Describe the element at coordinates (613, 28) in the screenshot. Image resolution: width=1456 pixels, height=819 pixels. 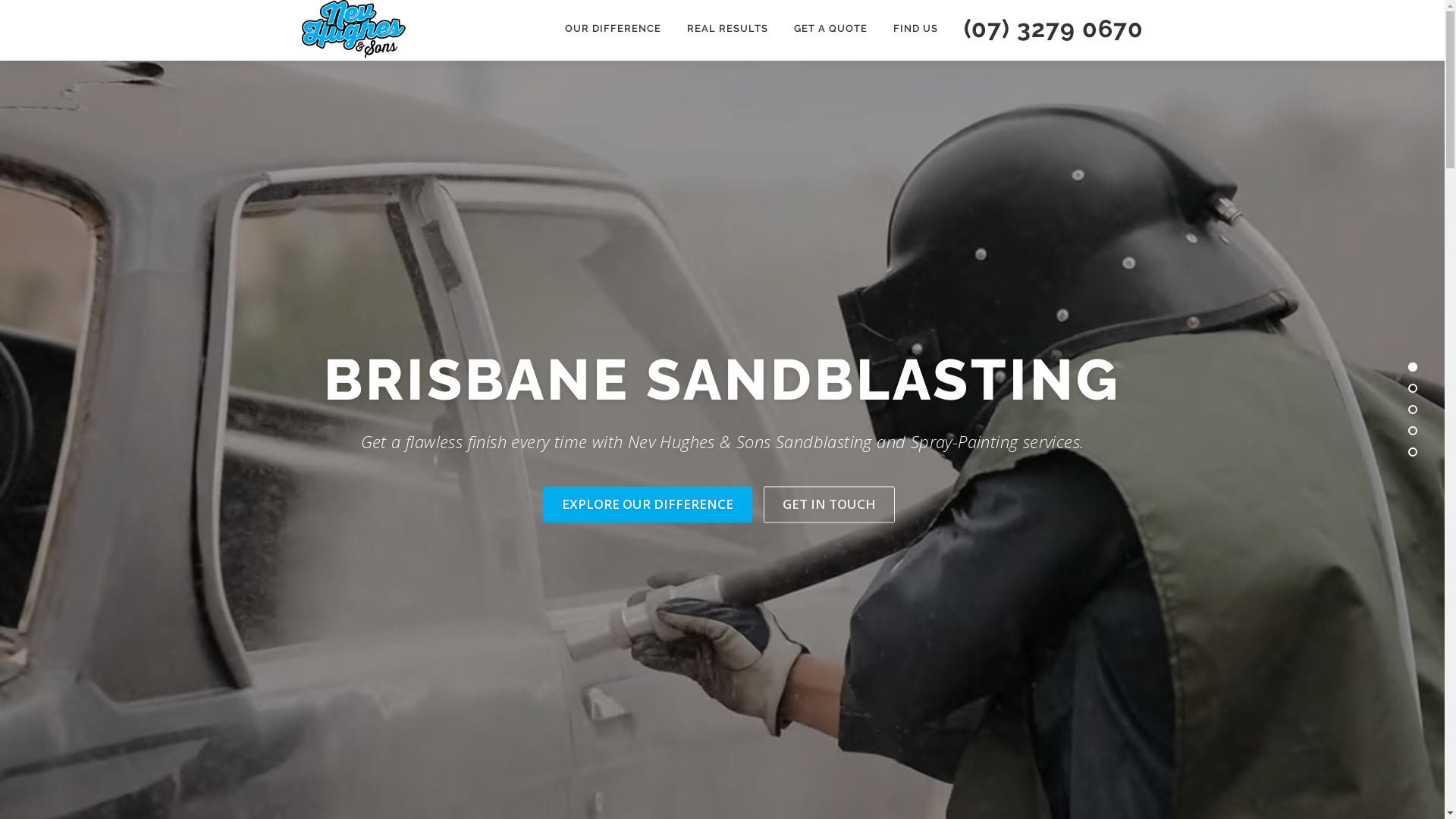
I see `'OUR DIFFERENCE'` at that location.